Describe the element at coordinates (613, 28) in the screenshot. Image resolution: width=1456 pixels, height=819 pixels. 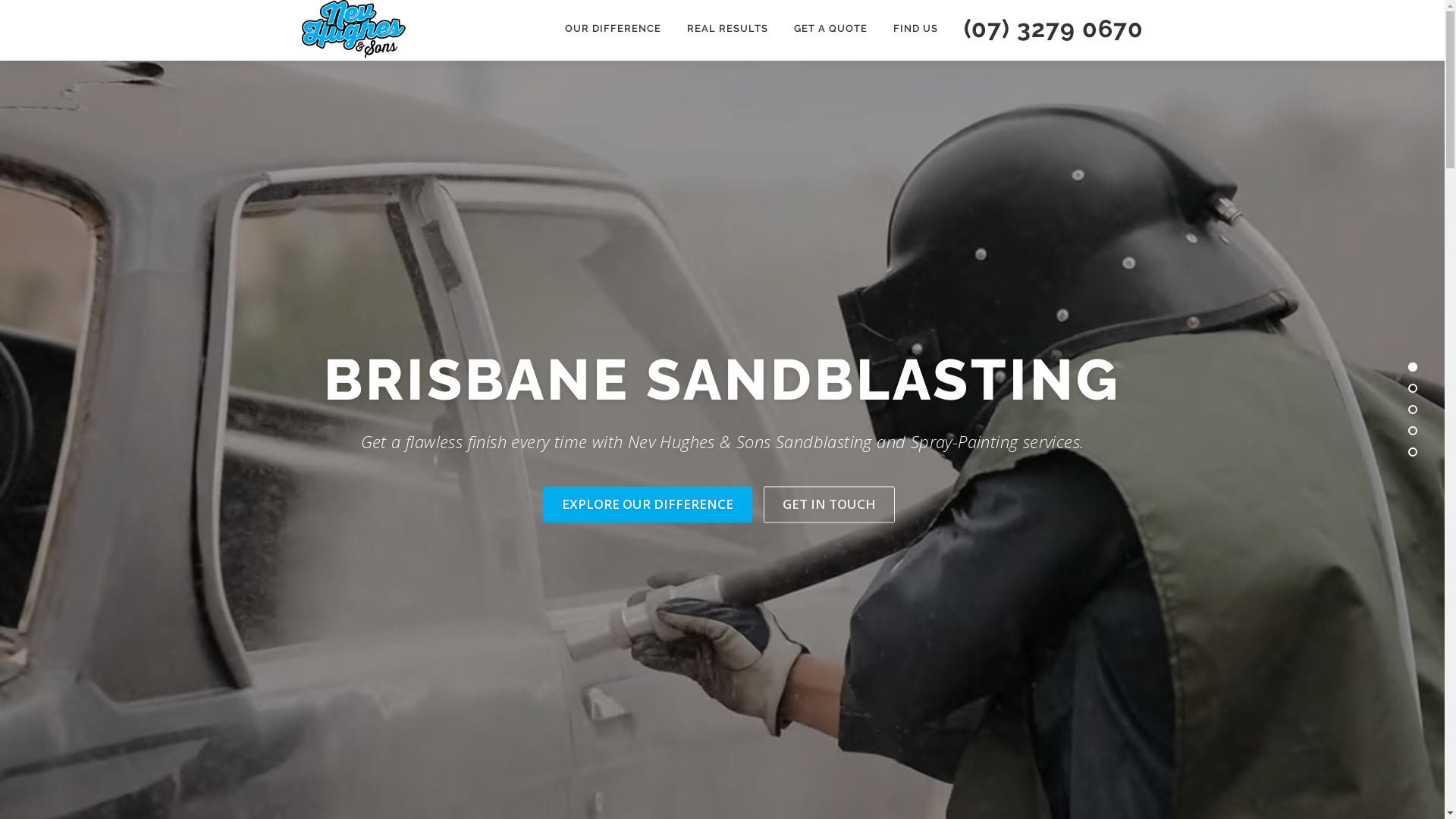
I see `'OUR DIFFERENCE'` at that location.